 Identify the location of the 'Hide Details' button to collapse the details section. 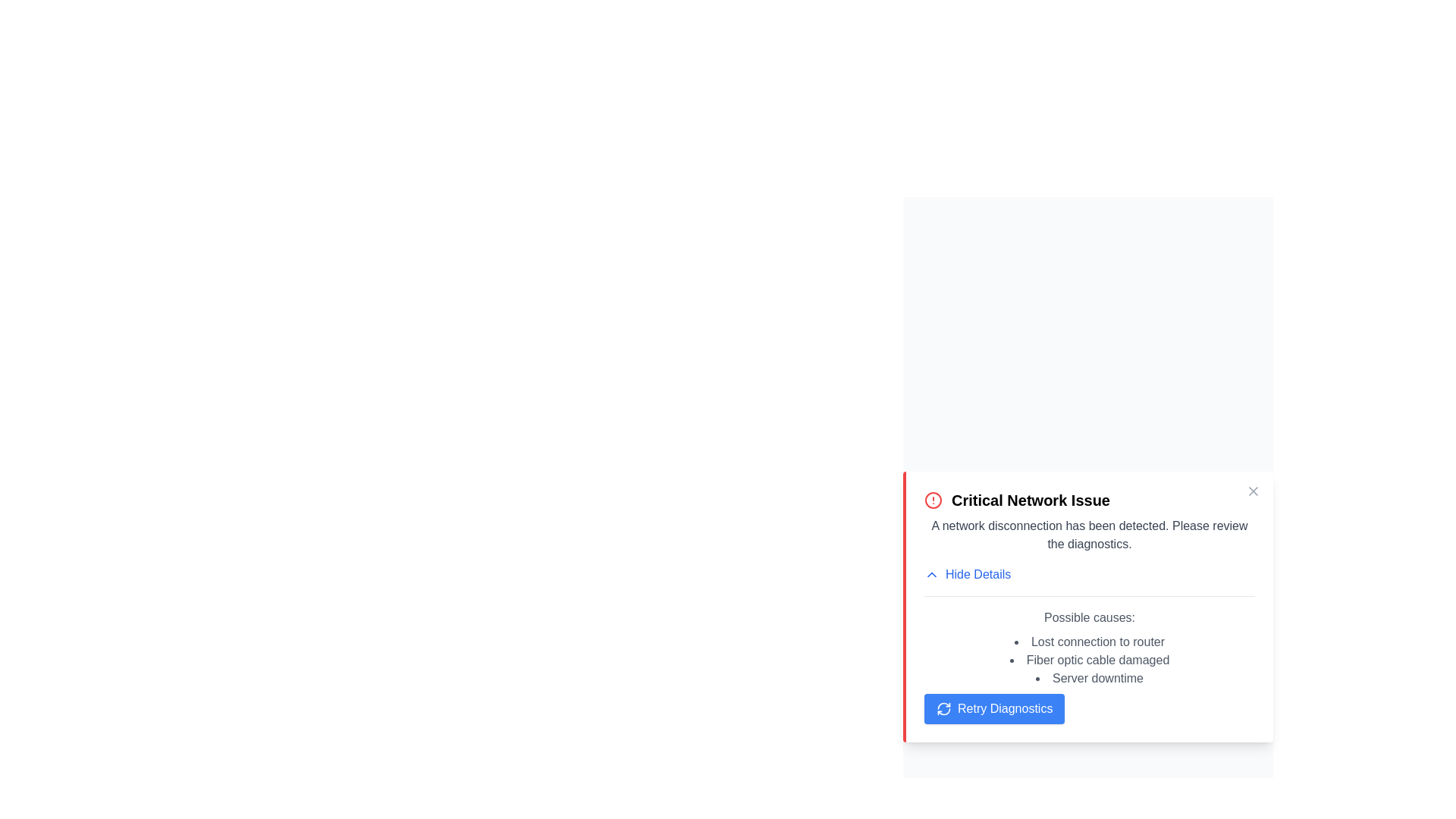
(967, 573).